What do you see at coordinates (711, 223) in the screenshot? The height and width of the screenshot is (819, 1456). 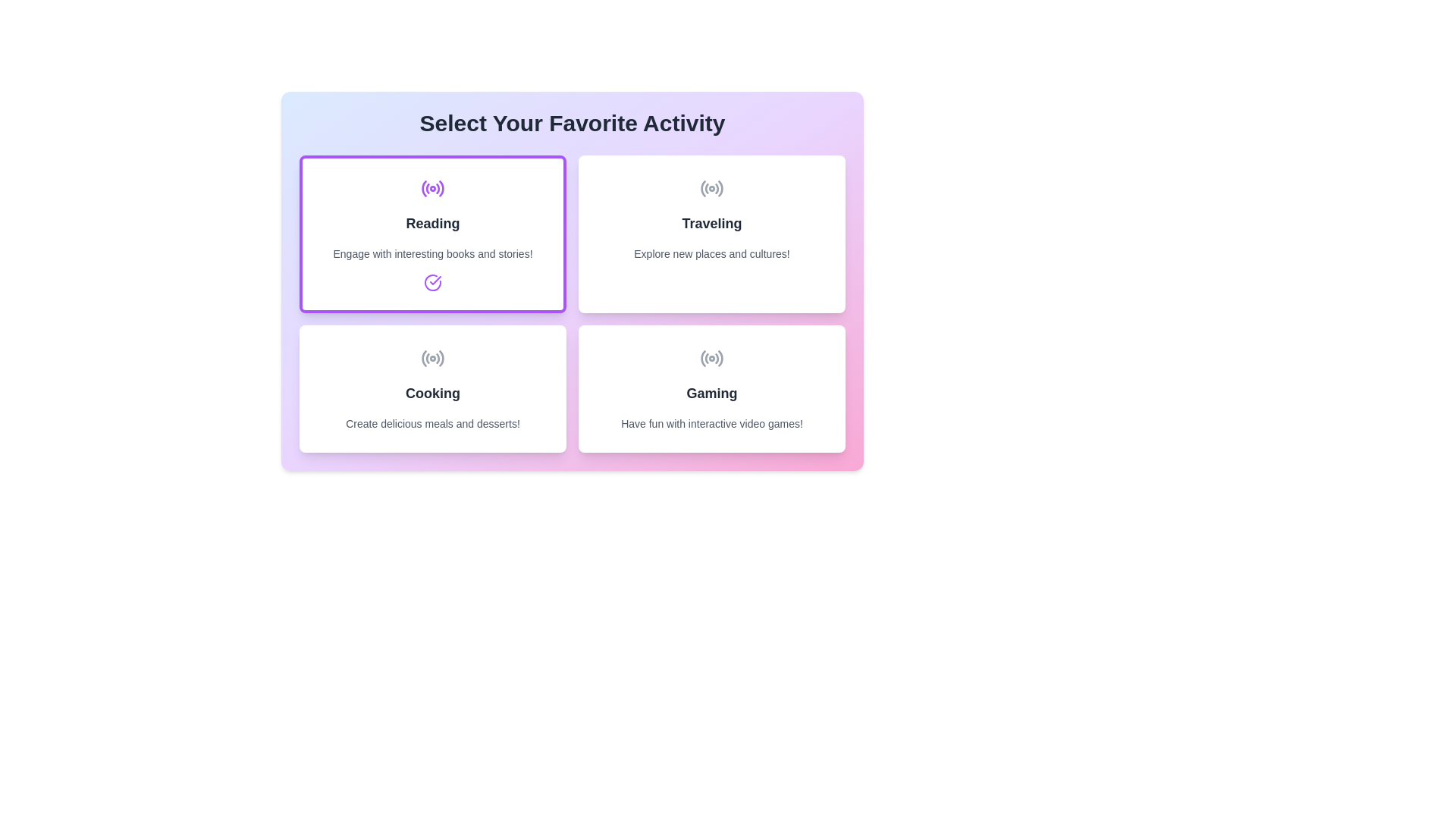 I see `the 'Traveling' text label, which is styled in bold dark gray and located in the second activity card of a 2x2 grid layout` at bounding box center [711, 223].